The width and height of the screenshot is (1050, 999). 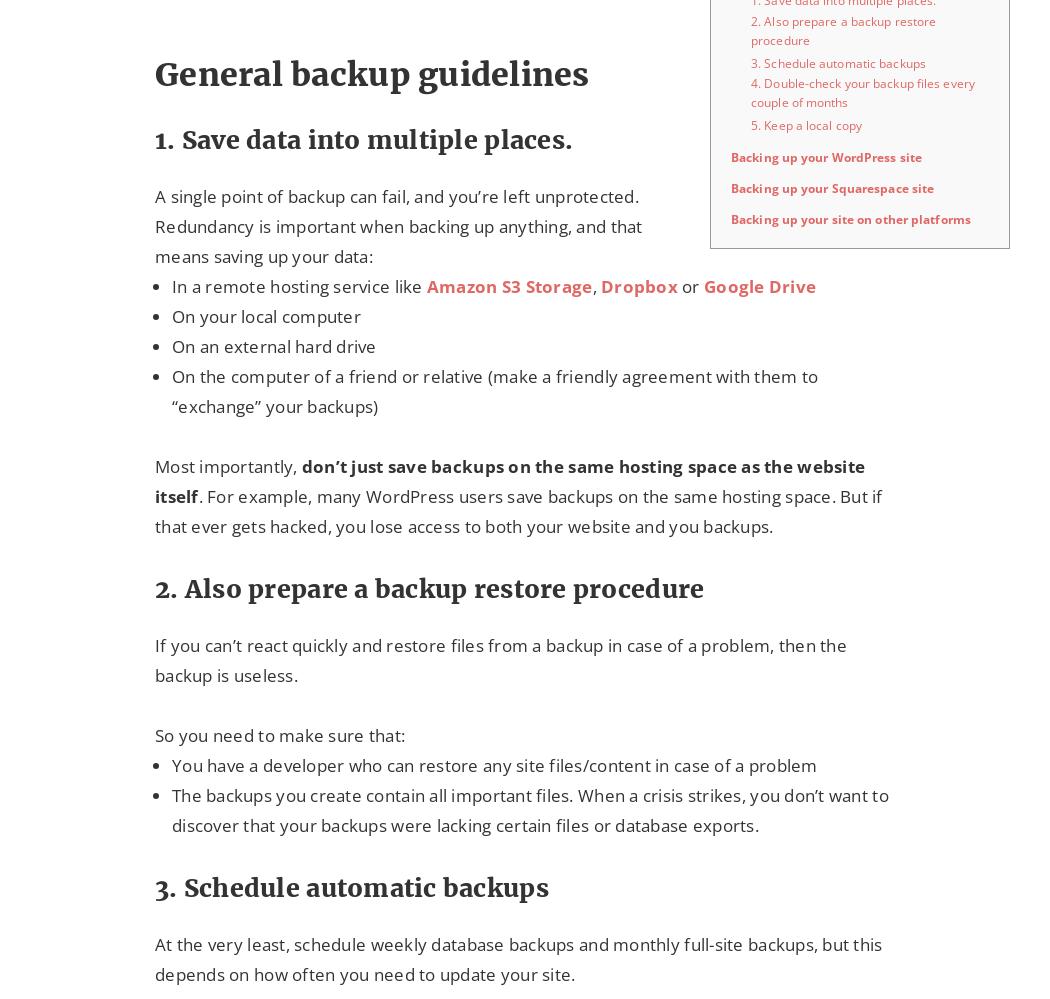 I want to click on 'General backup guidelines', so click(x=154, y=73).